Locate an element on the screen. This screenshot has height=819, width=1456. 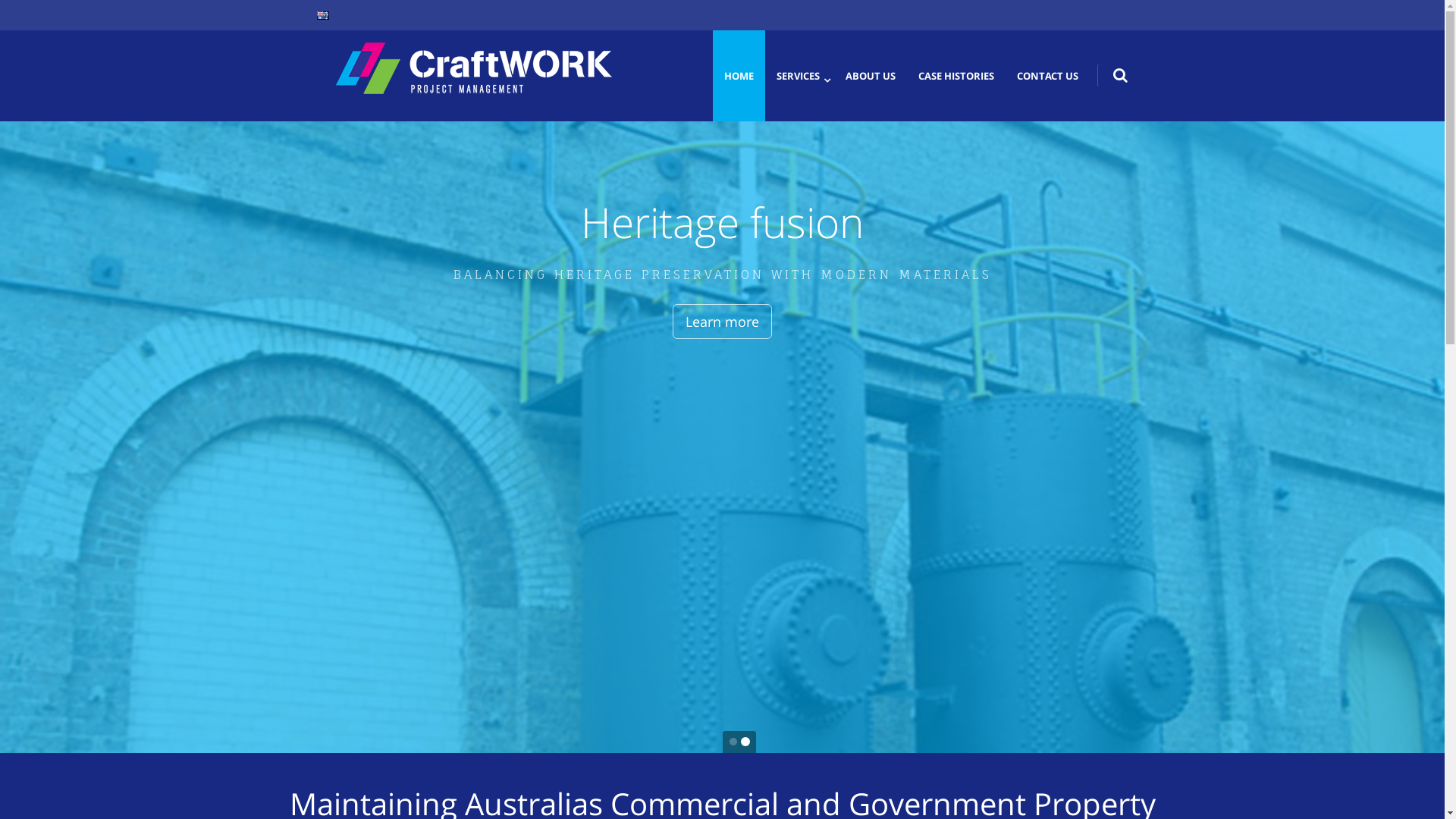
'CASE HISTORIES' is located at coordinates (955, 76).